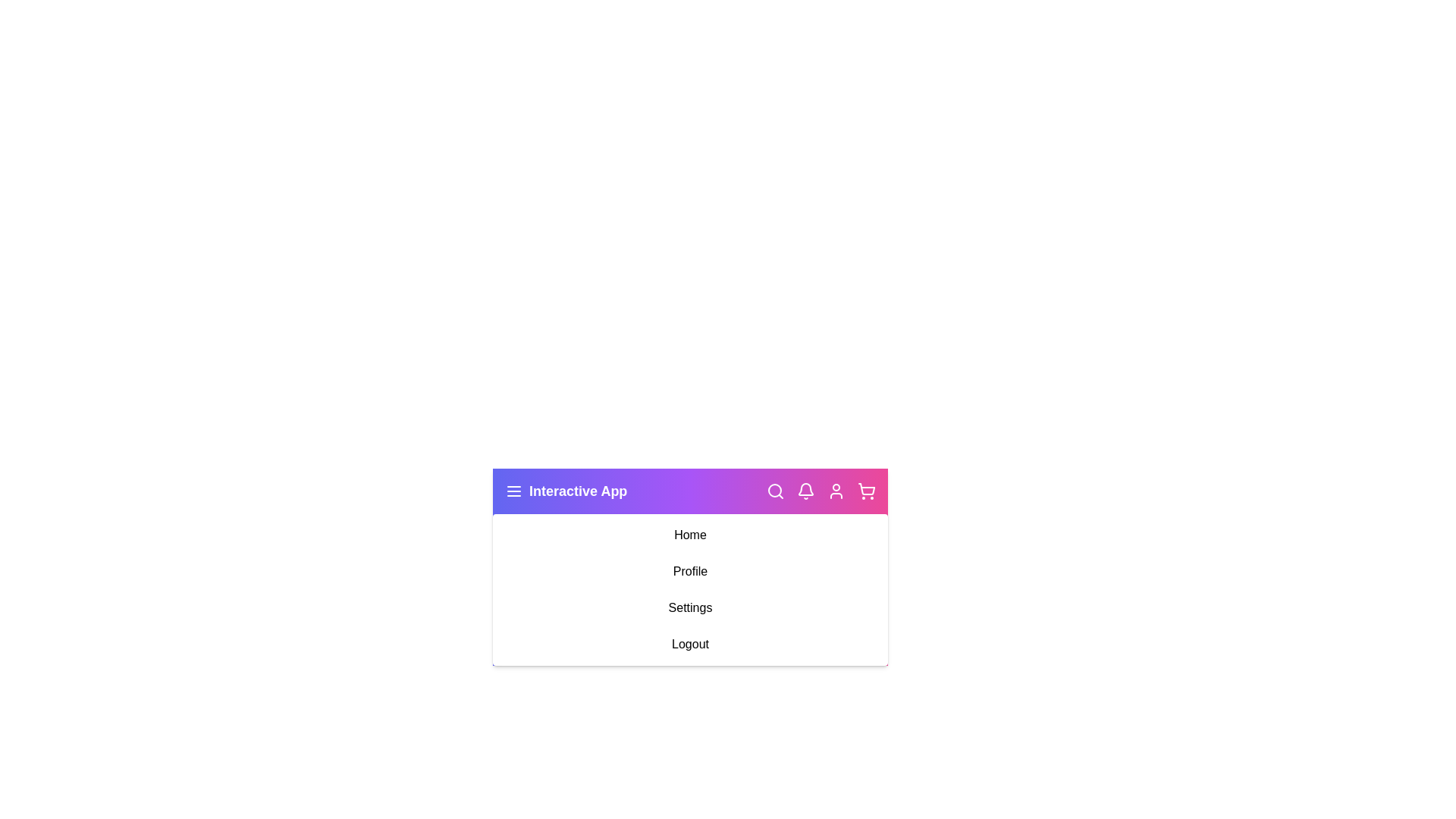 This screenshot has width=1456, height=819. Describe the element at coordinates (689, 607) in the screenshot. I see `the settings_menu to observe hover effects` at that location.